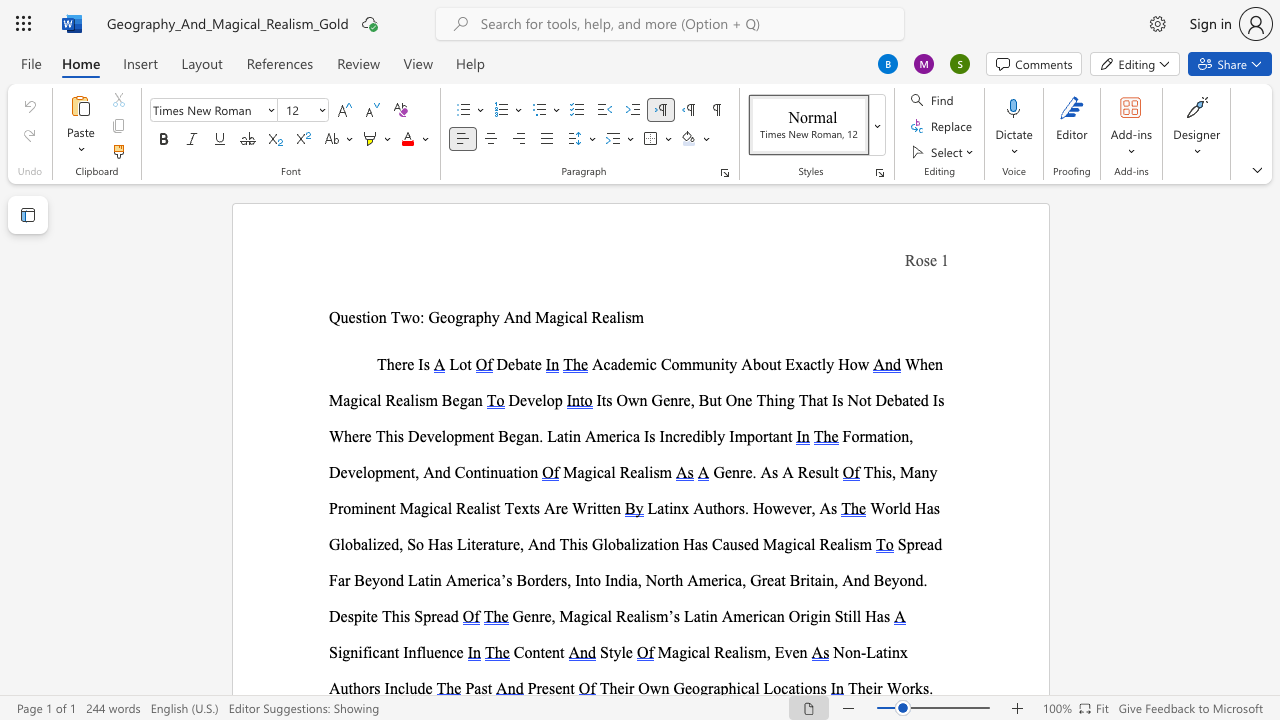  Describe the element at coordinates (666, 507) in the screenshot. I see `the 1th character "t" in the text` at that location.